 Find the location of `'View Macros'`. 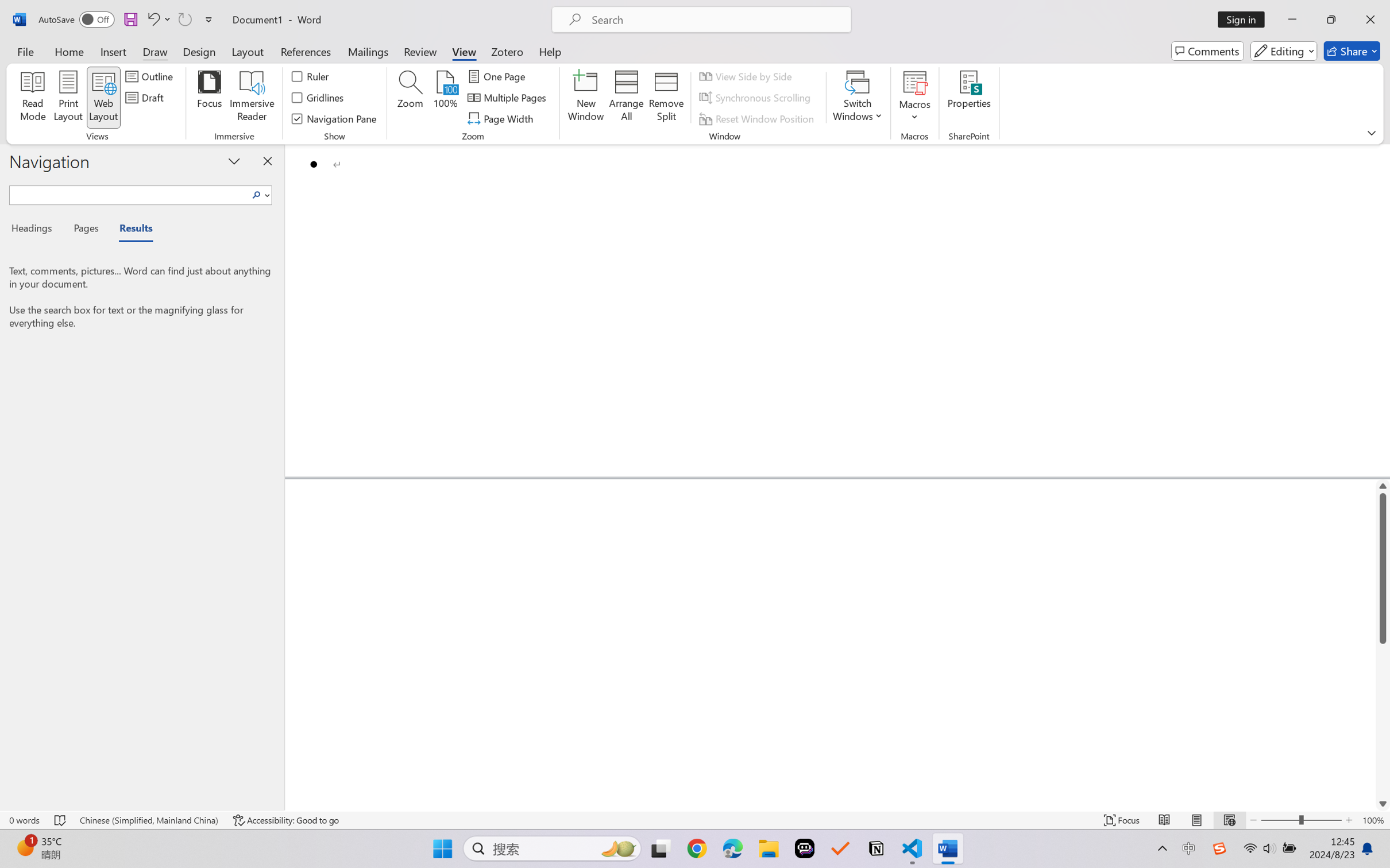

'View Macros' is located at coordinates (914, 82).